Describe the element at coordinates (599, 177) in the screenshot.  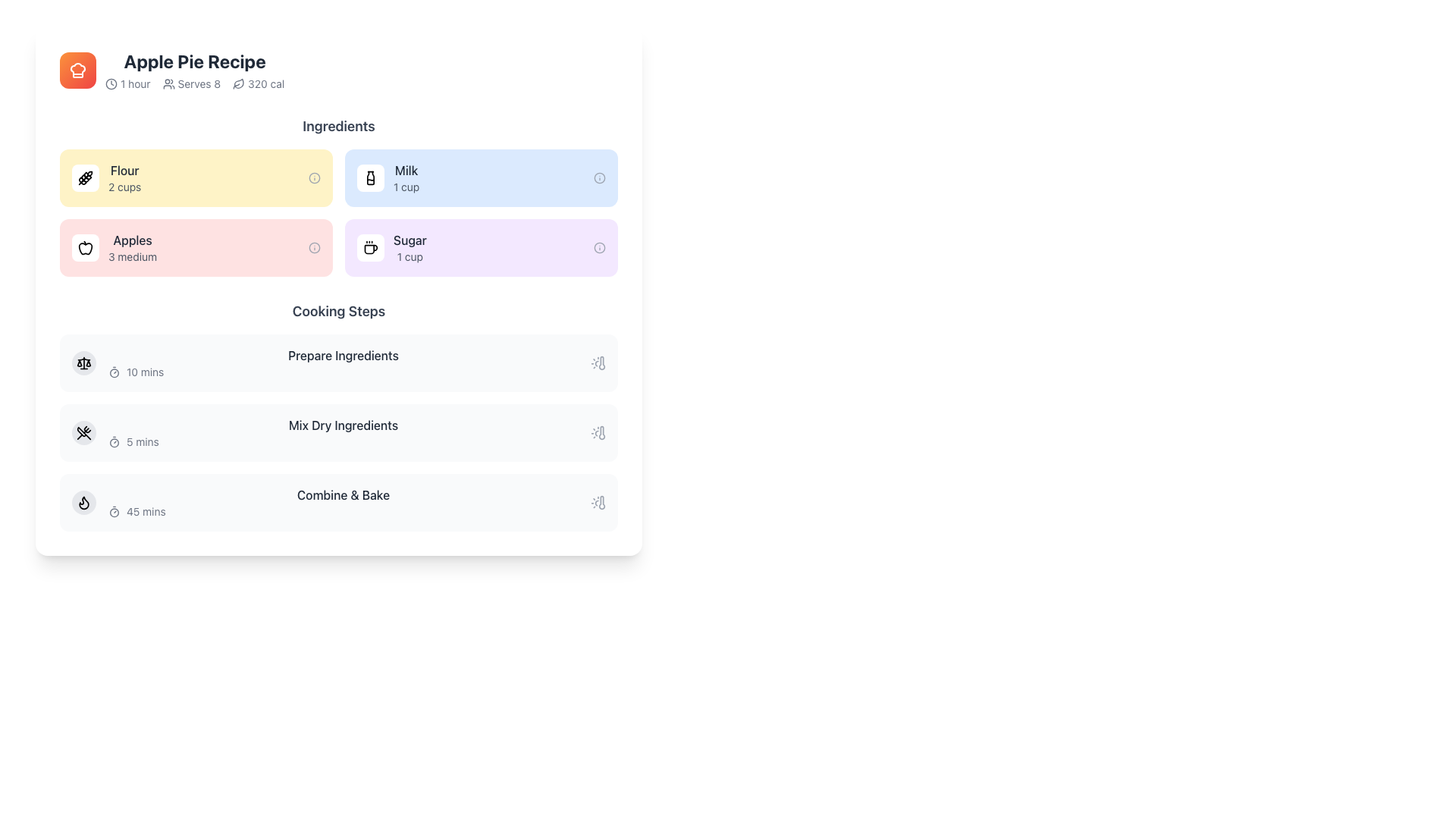
I see `the gray outlined 'info' icon located at the far right end of the blue card labeled 'Milk 1 cup.'` at that location.